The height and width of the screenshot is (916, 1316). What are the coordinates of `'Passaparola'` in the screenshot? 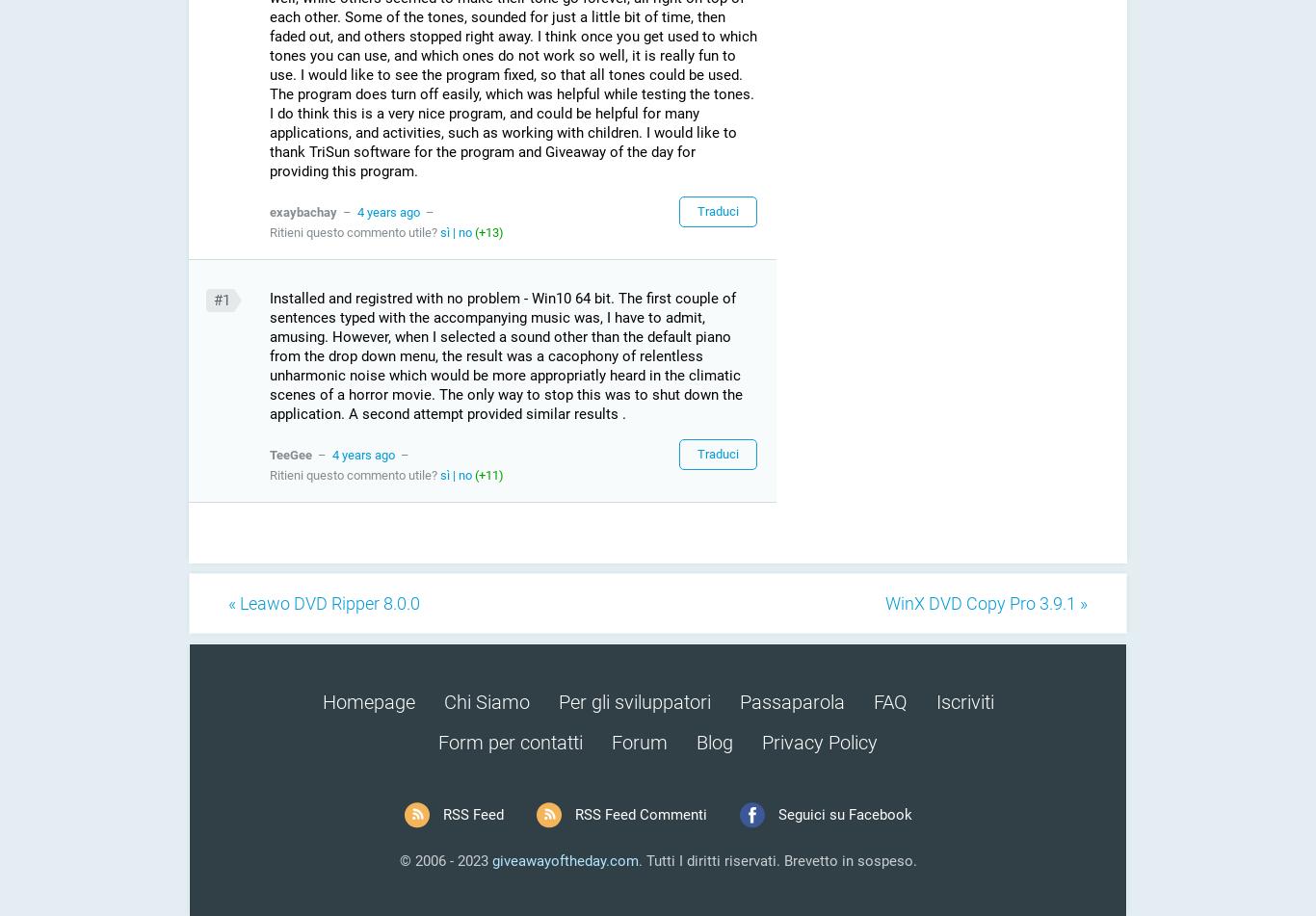 It's located at (790, 701).